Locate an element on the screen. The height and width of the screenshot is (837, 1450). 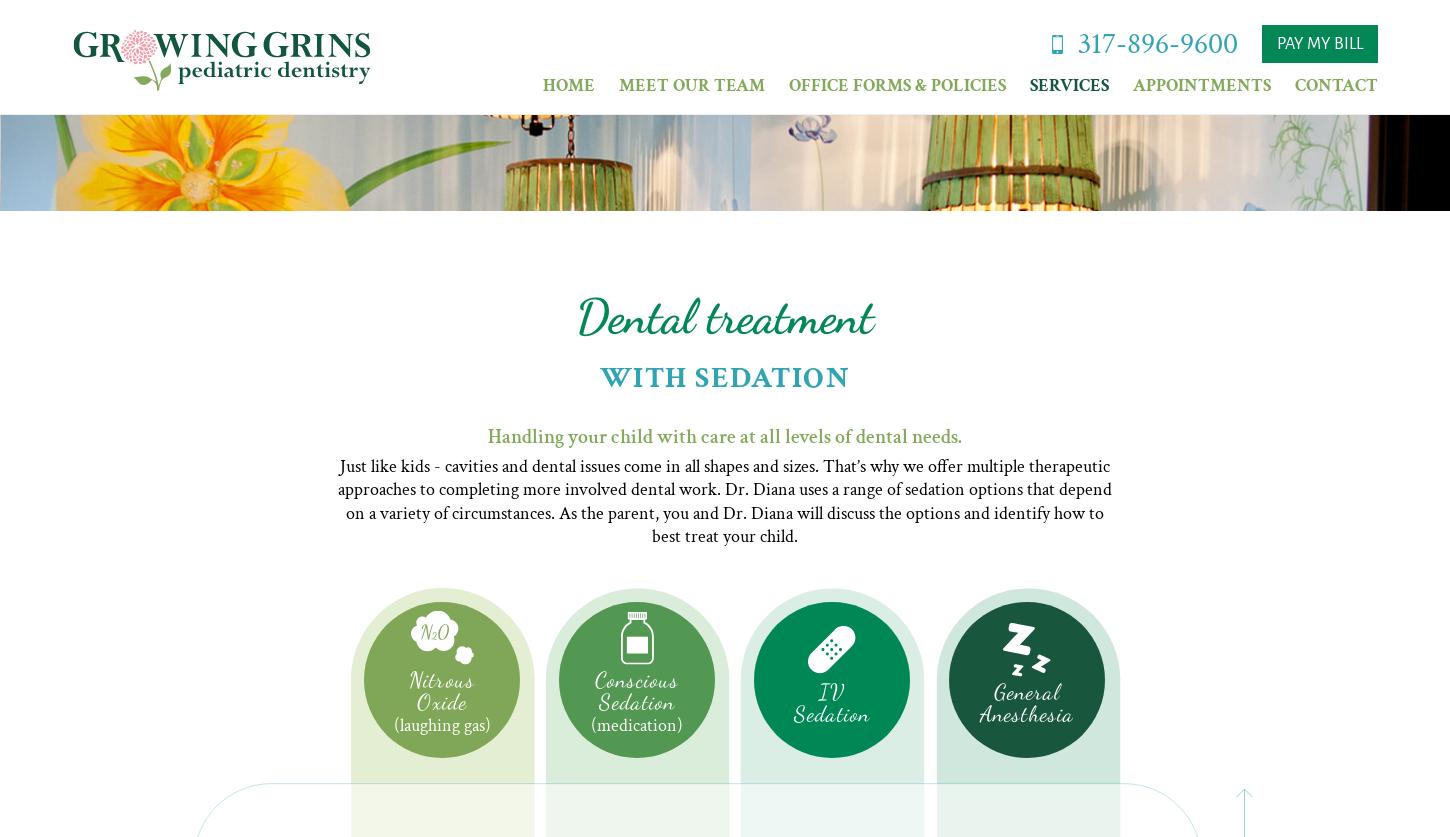
'Dental treatment' is located at coordinates (575, 316).